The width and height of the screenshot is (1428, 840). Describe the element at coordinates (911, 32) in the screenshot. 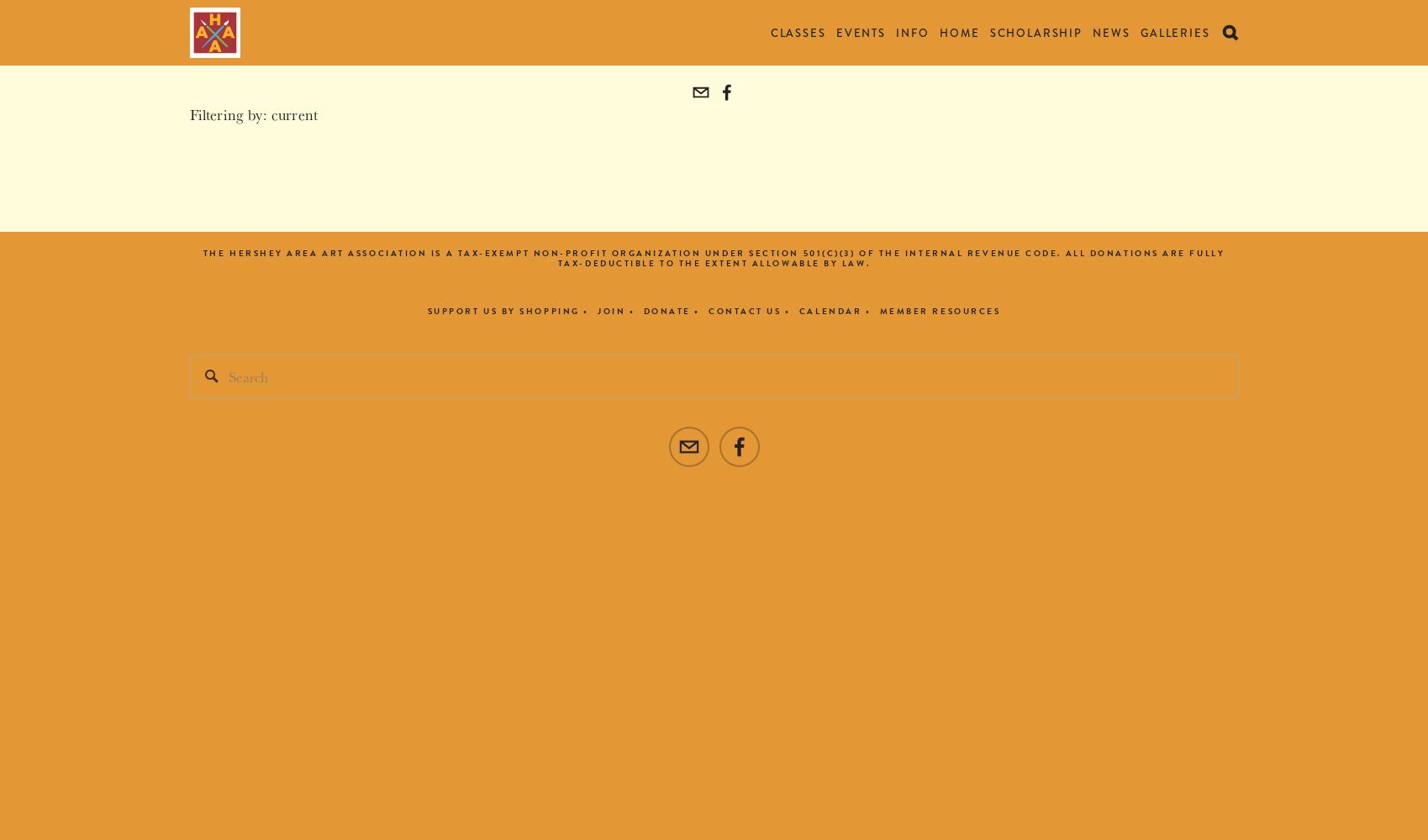

I see `'Info'` at that location.